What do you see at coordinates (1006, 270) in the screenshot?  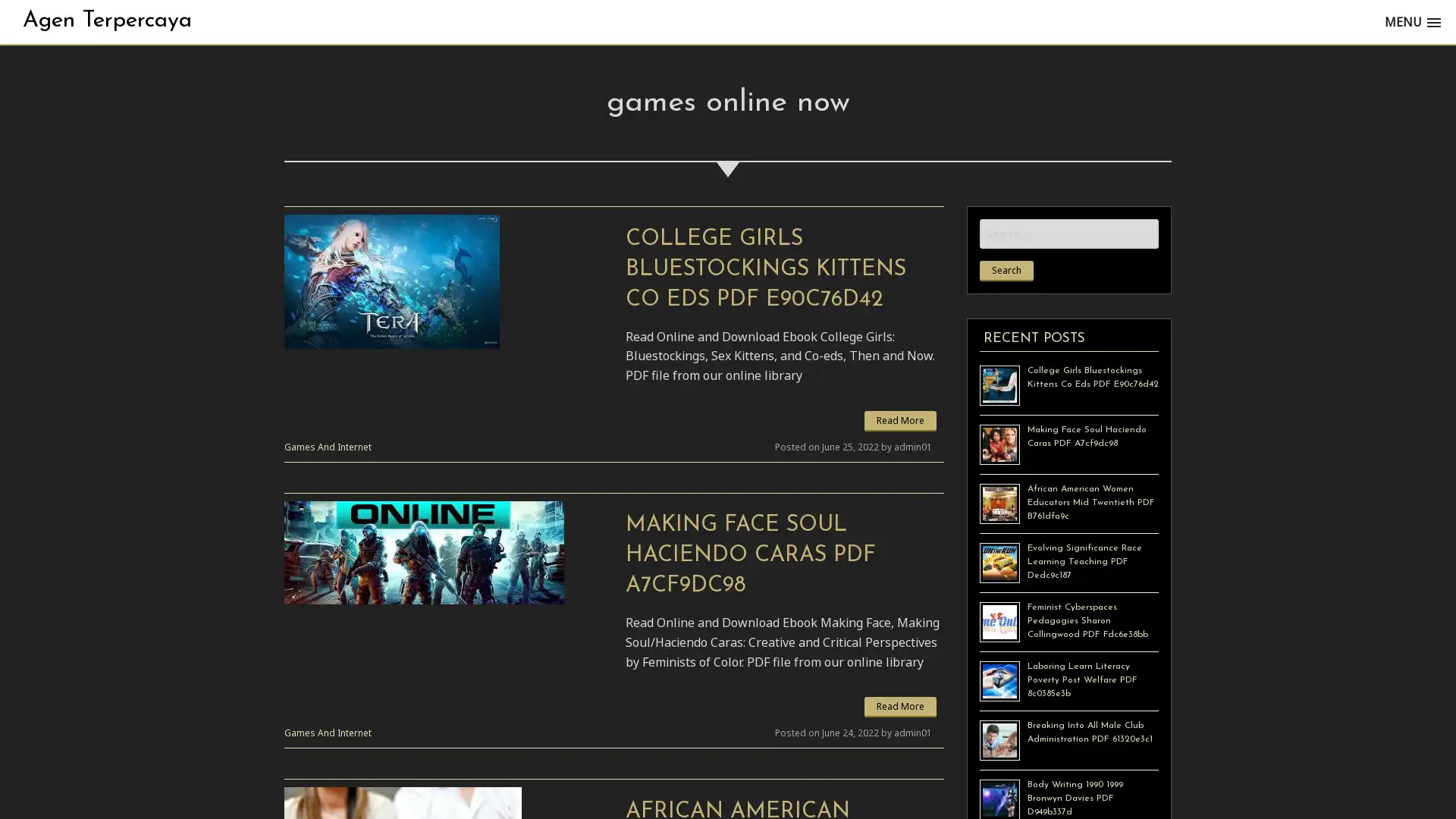 I see `Search` at bounding box center [1006, 270].